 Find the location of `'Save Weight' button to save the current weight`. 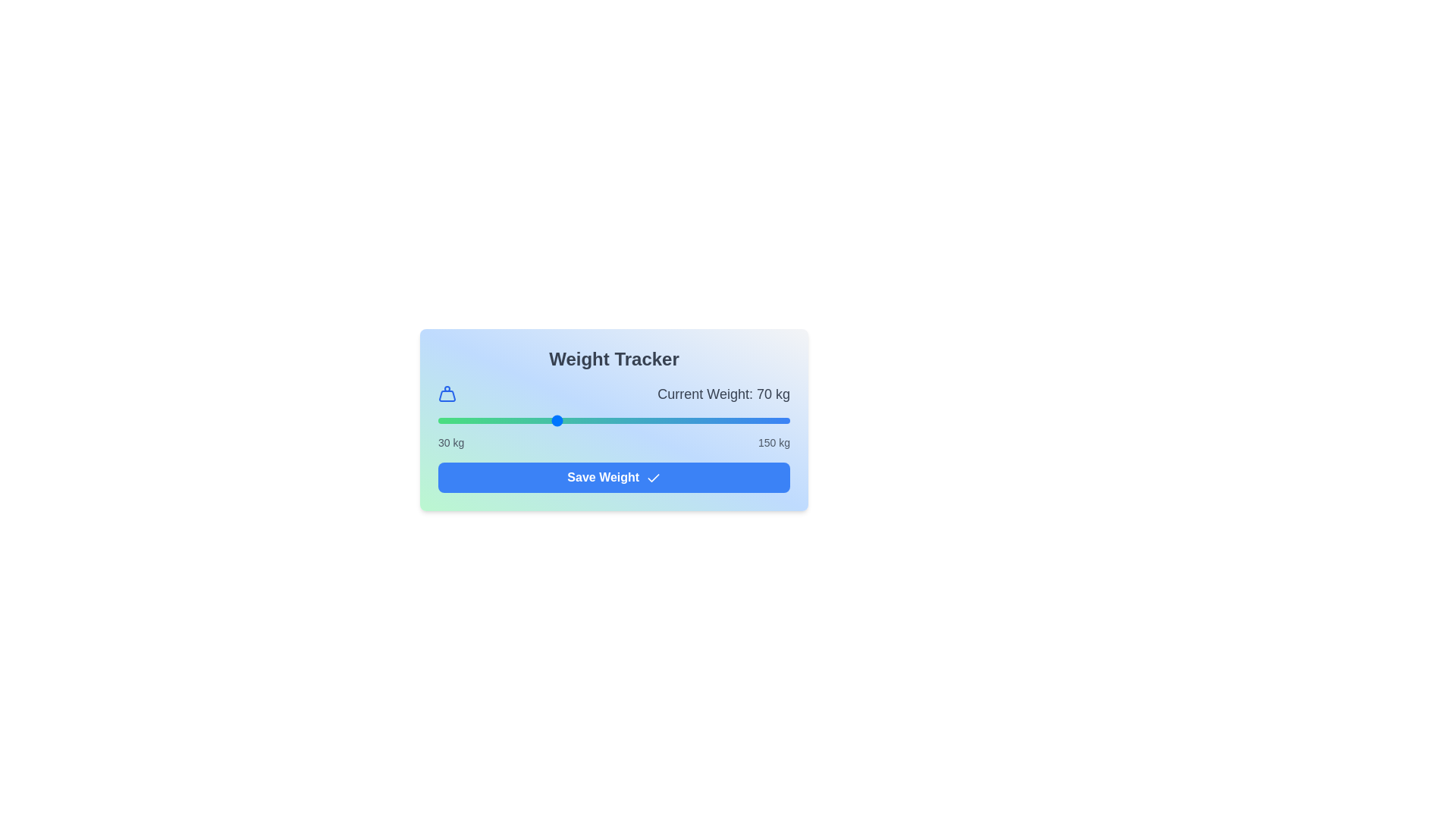

'Save Weight' button to save the current weight is located at coordinates (614, 476).